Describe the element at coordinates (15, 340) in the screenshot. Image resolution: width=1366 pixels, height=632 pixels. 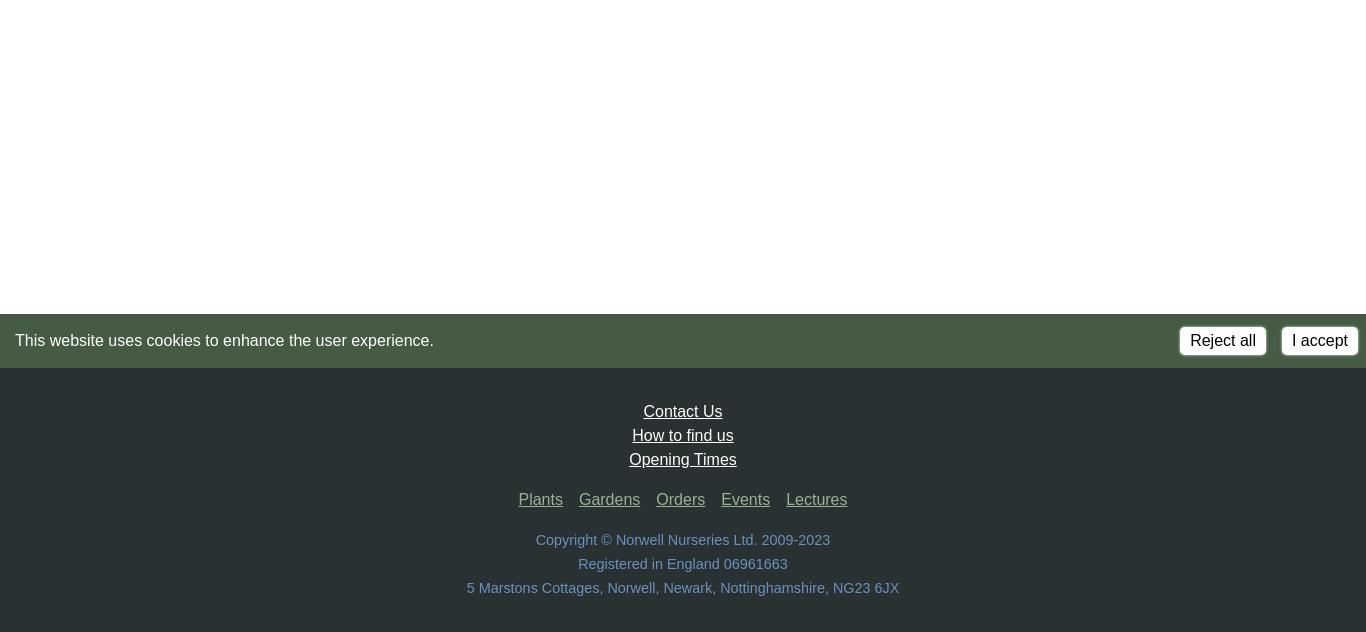
I see `'This website uses cookies to enhance the user experience.'` at that location.